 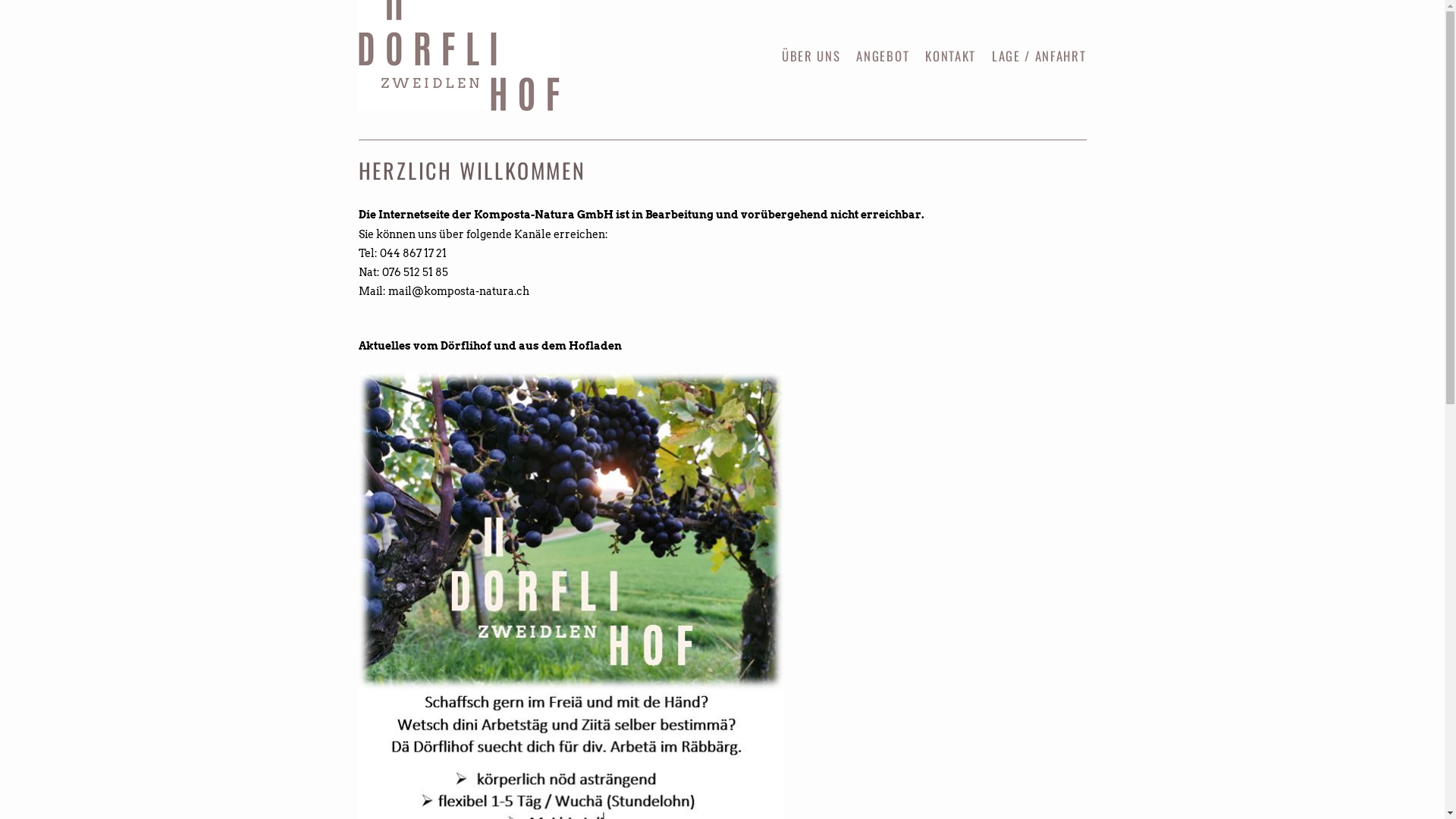 What do you see at coordinates (882, 55) in the screenshot?
I see `'ANGEBOT'` at bounding box center [882, 55].